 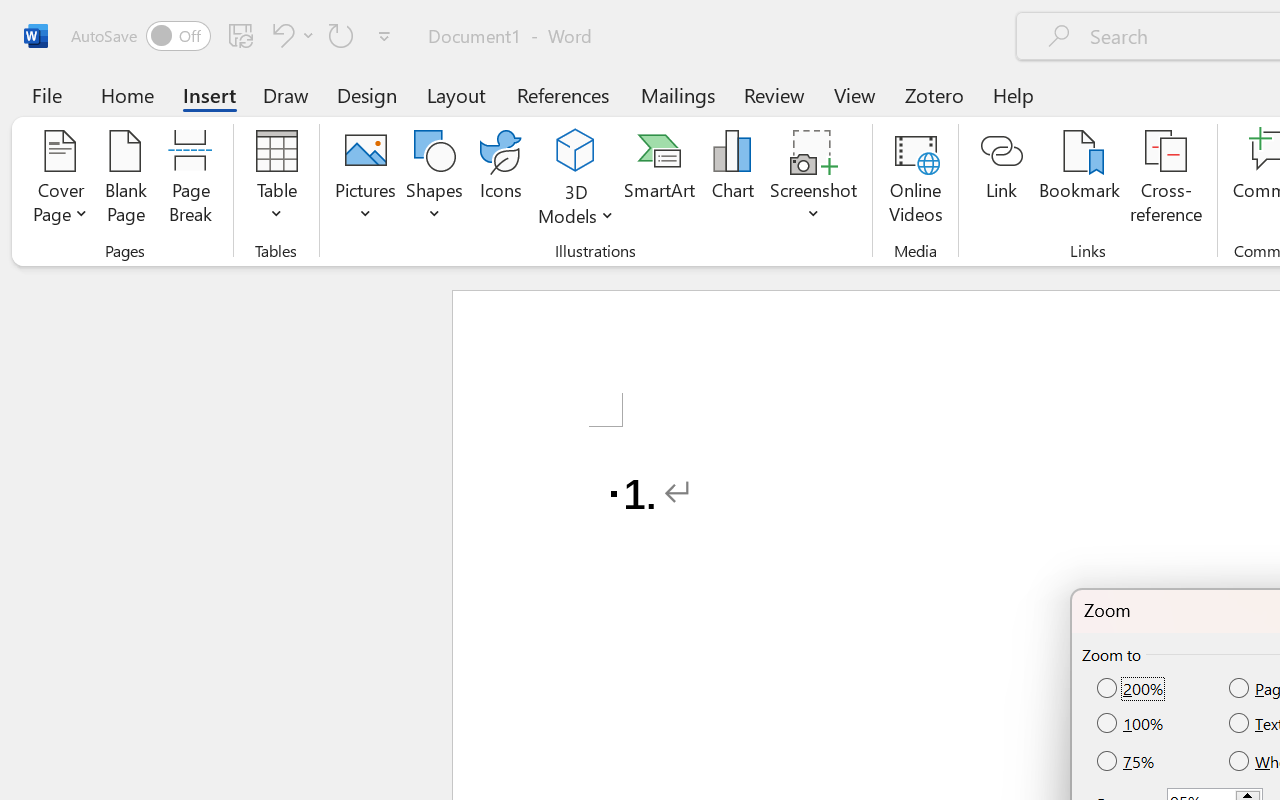 I want to click on 'Cross-reference...', so click(x=1166, y=179).